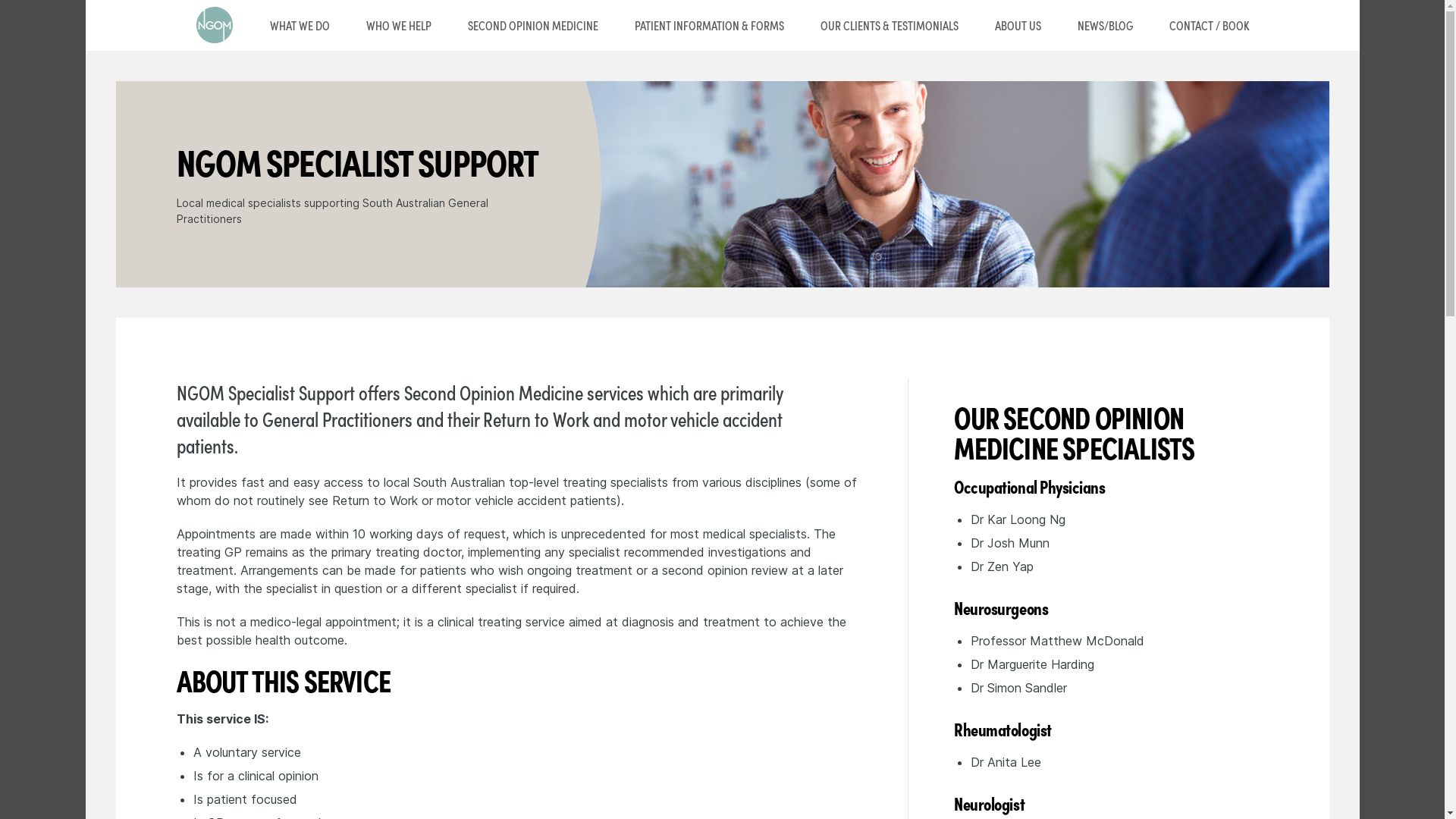 The width and height of the screenshot is (1456, 819). Describe the element at coordinates (300, 25) in the screenshot. I see `'WHAT WE DO'` at that location.